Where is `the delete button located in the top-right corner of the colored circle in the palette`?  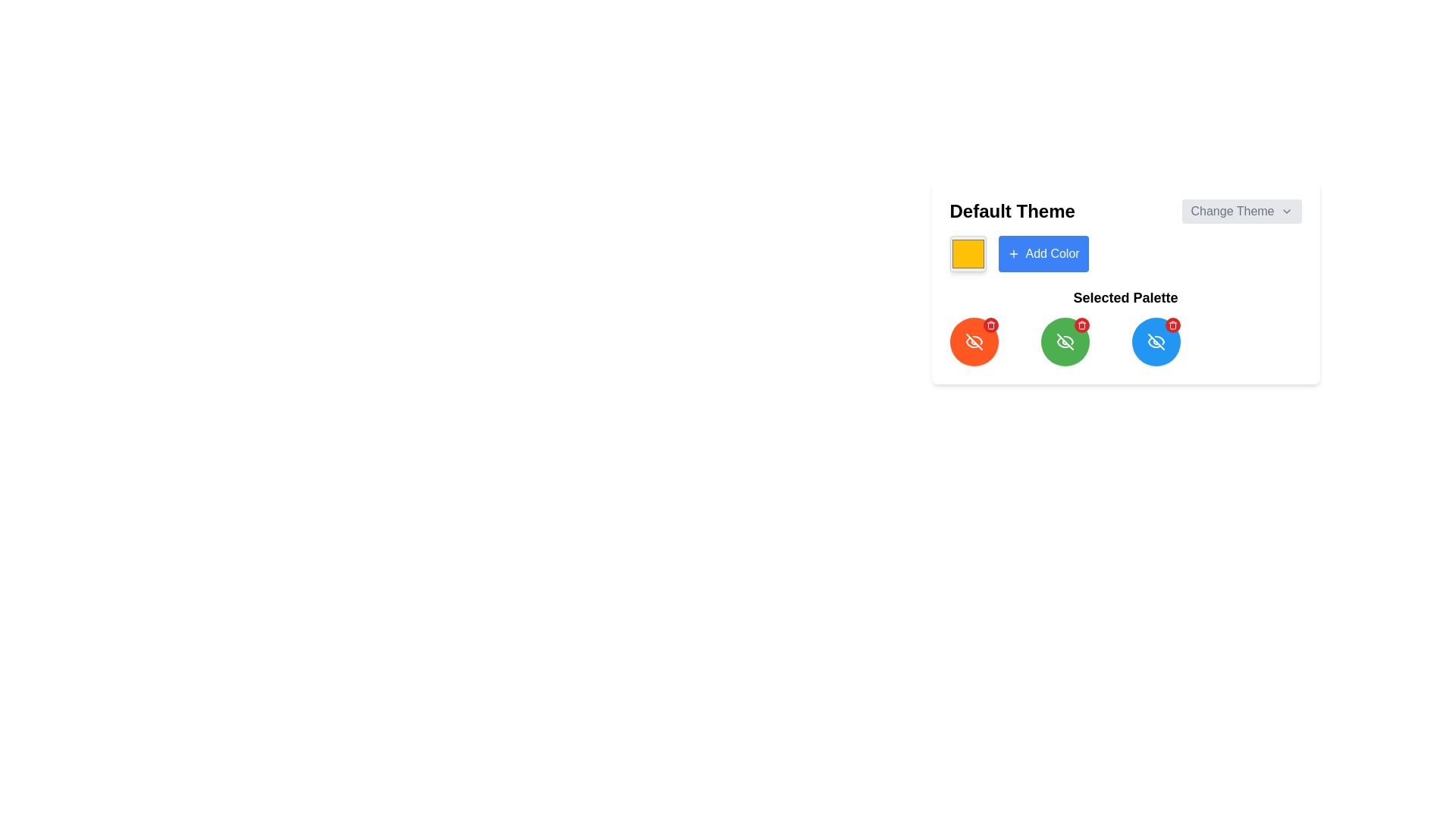
the delete button located in the top-right corner of the colored circle in the palette is located at coordinates (1172, 324).